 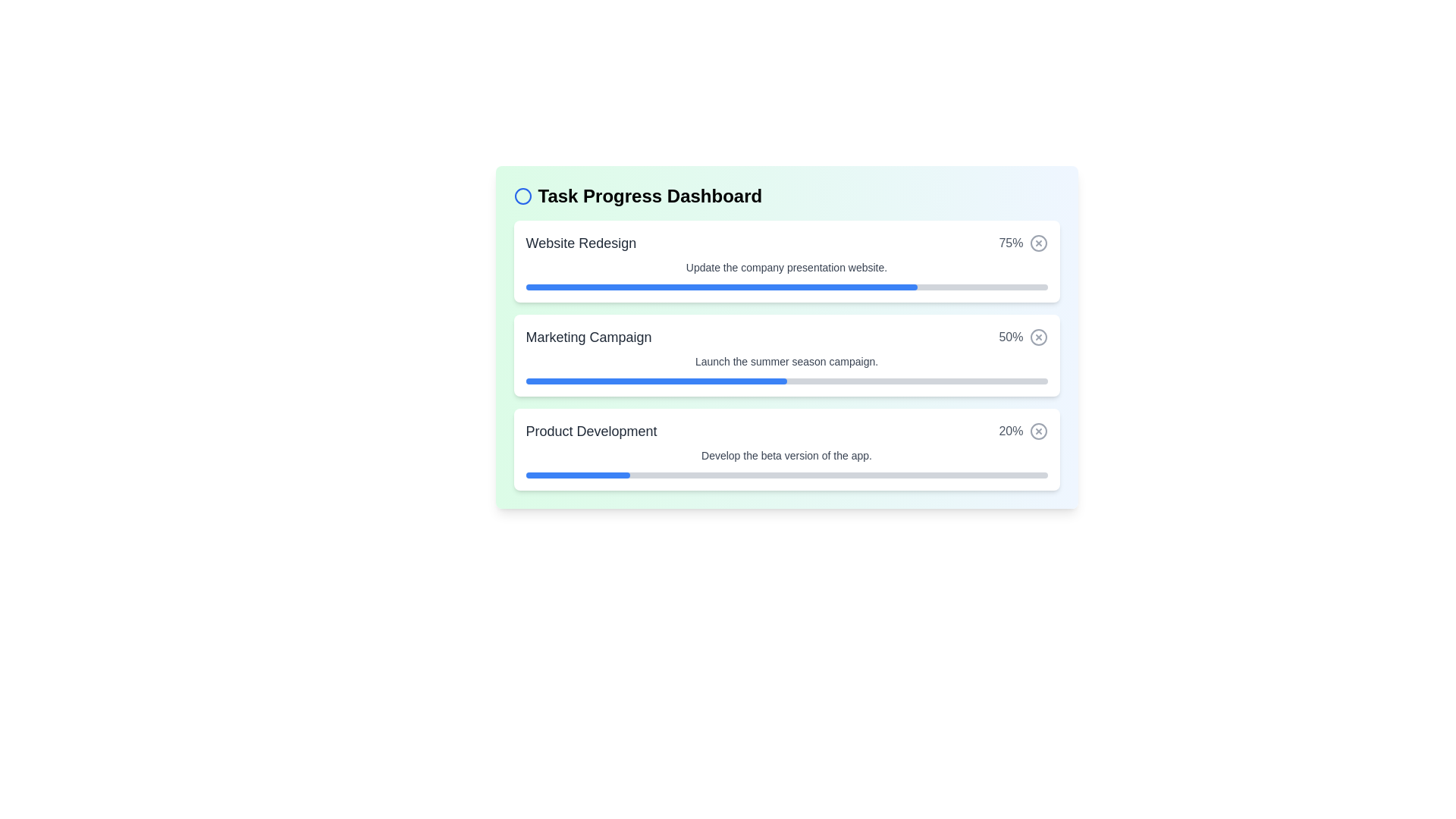 What do you see at coordinates (591, 431) in the screenshot?
I see `the text label displaying 'Product Development' in bold font style, which is positioned at the upper-left portion of the status row for the task` at bounding box center [591, 431].